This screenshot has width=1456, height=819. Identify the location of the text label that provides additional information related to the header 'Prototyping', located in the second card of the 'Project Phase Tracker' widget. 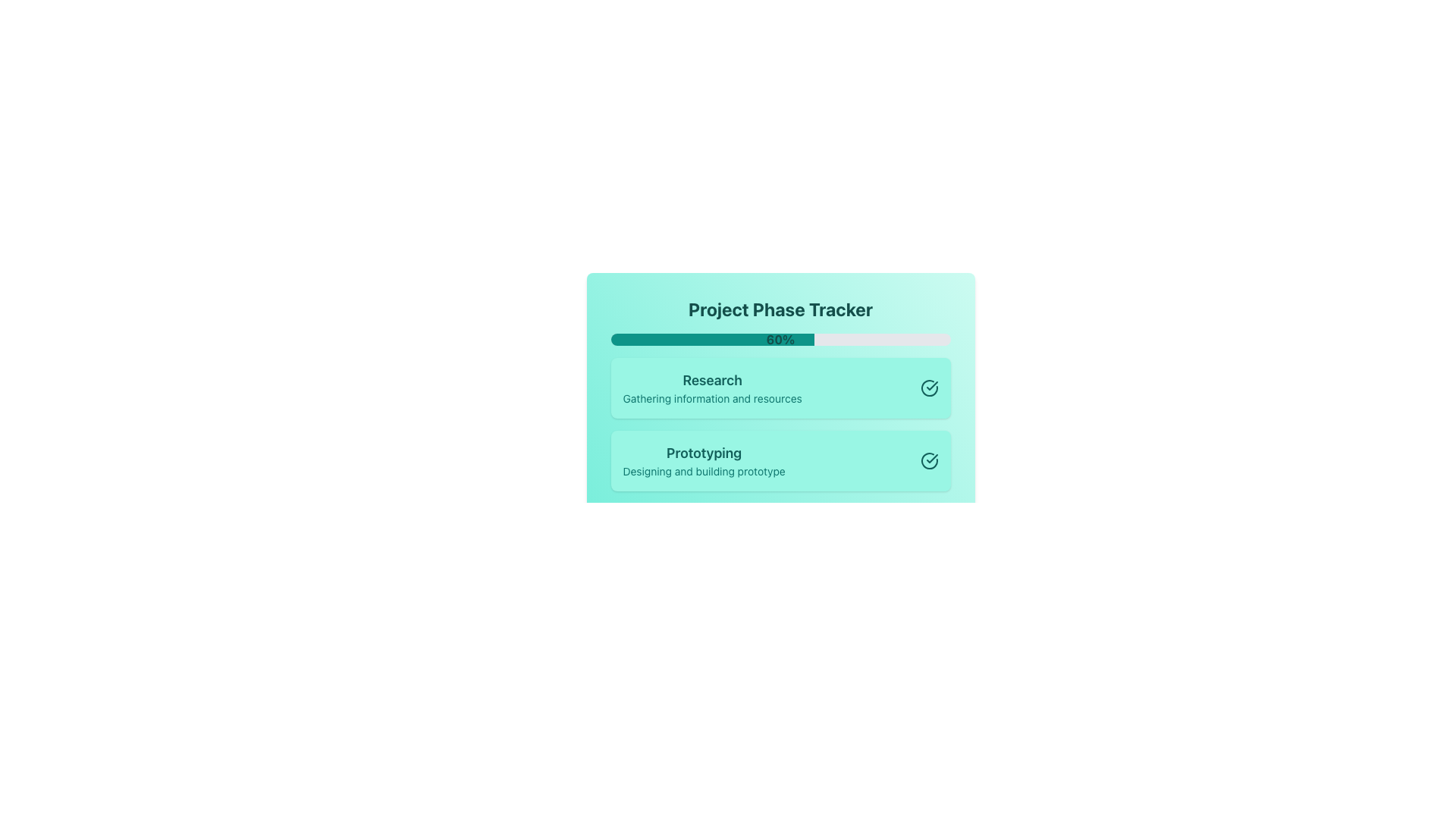
(703, 470).